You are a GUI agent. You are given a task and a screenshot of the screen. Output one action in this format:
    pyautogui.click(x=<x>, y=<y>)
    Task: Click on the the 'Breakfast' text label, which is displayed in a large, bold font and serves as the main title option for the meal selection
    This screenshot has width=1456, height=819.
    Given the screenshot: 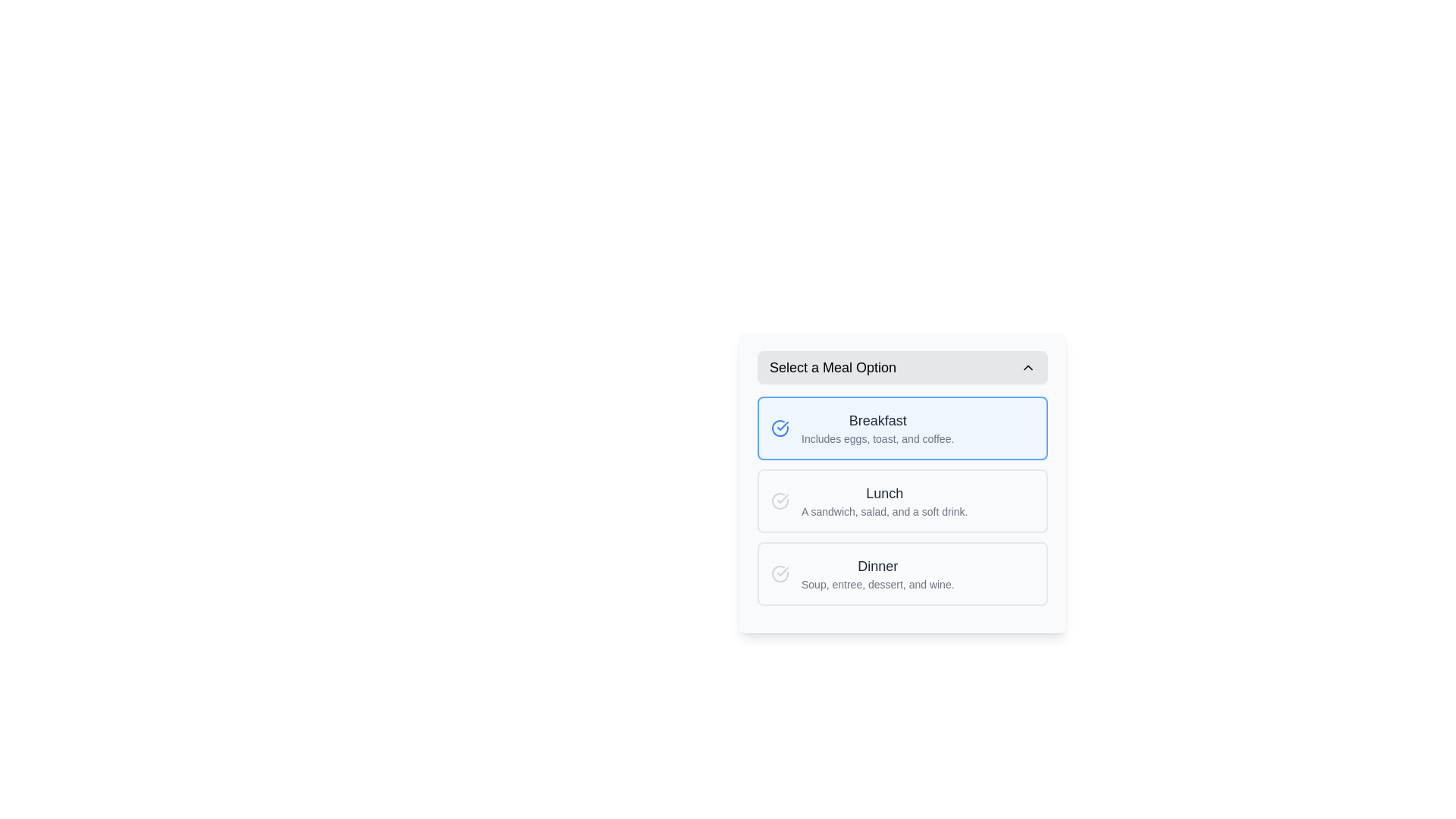 What is the action you would take?
    pyautogui.click(x=877, y=421)
    